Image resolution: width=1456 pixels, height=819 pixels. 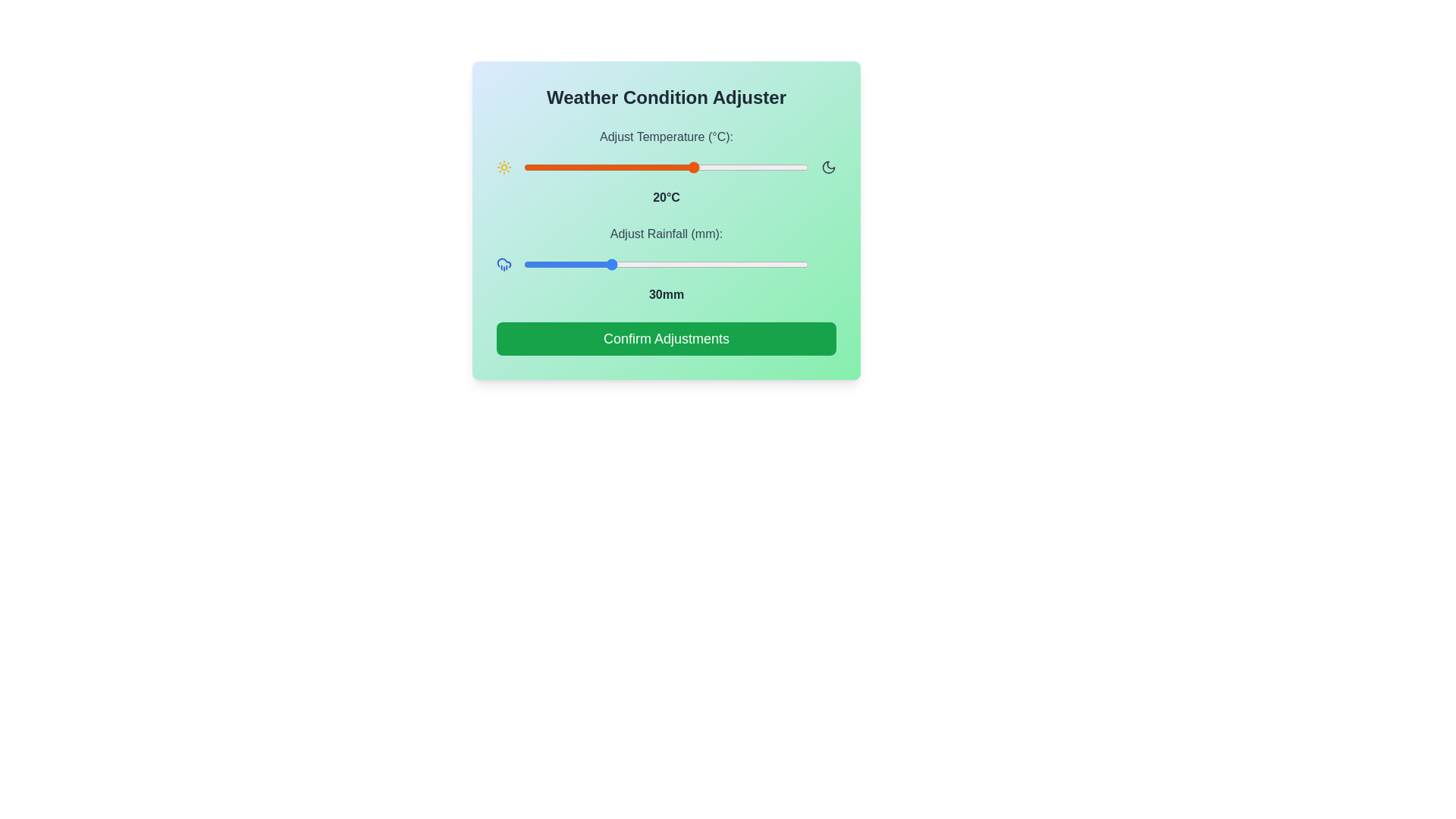 What do you see at coordinates (666, 338) in the screenshot?
I see `'Confirm Adjustments' button` at bounding box center [666, 338].